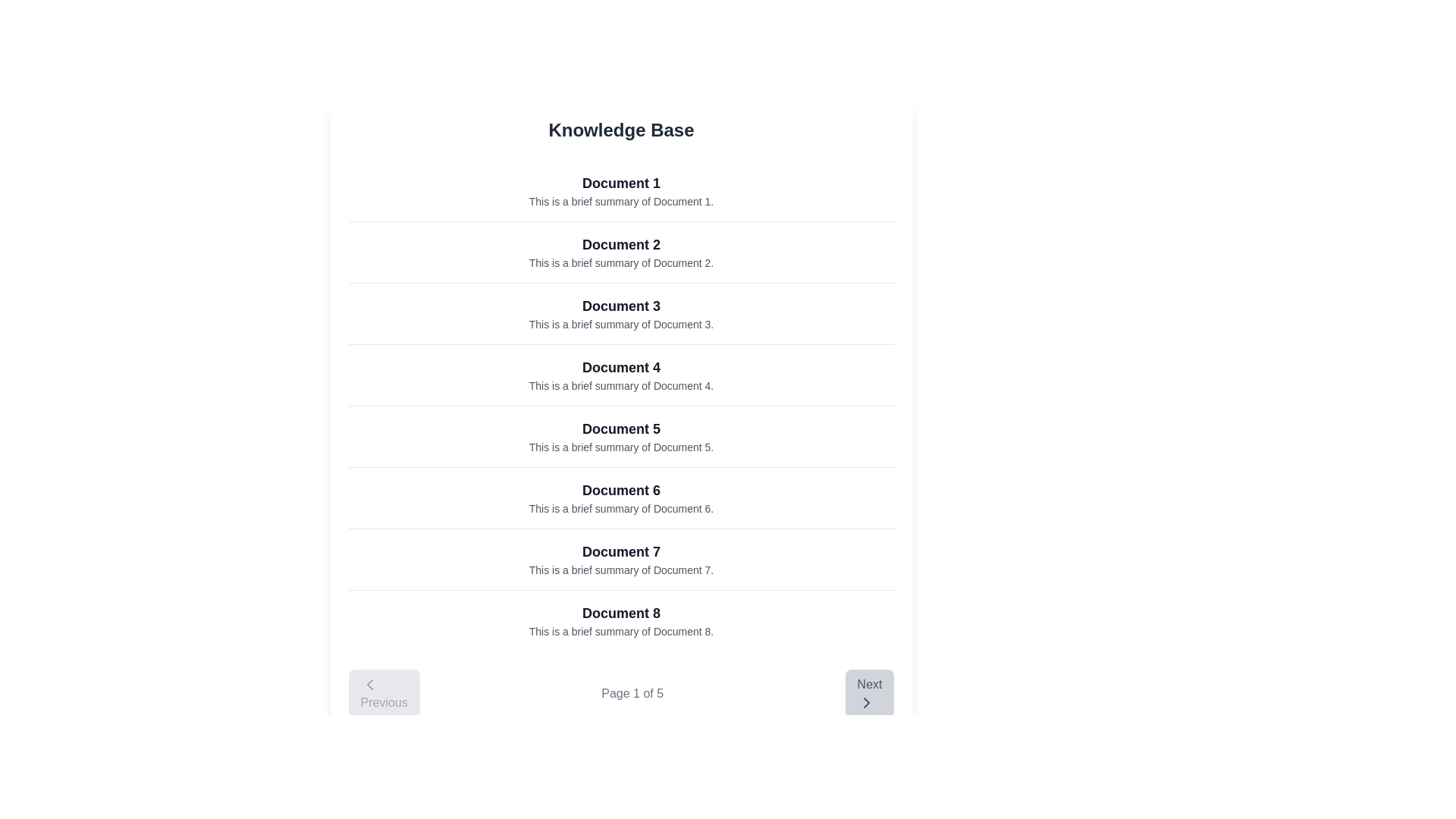 The image size is (1456, 819). I want to click on the first list item in the Knowledge Base section, so click(621, 190).